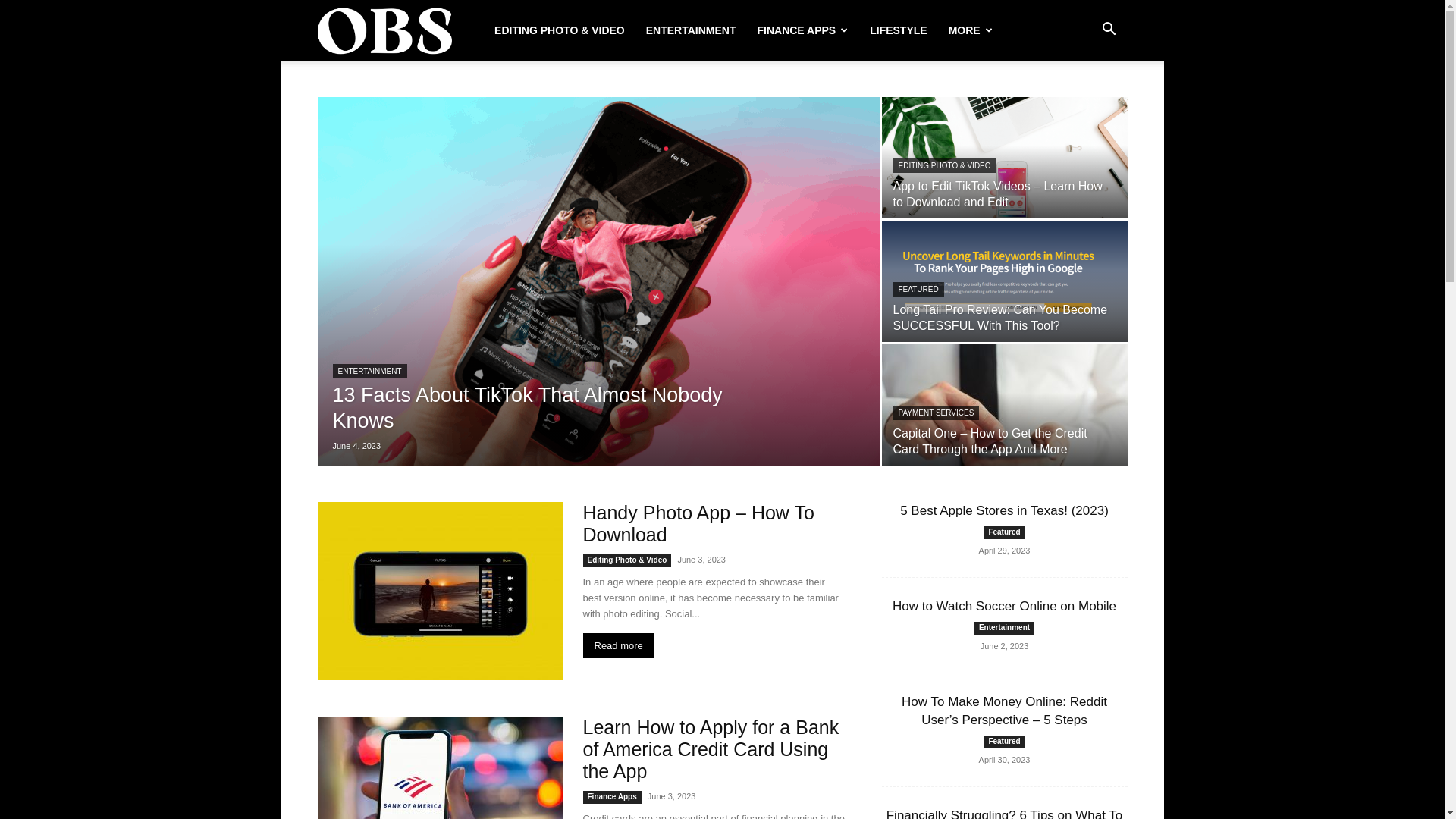 This screenshot has height=819, width=1456. Describe the element at coordinates (935, 413) in the screenshot. I see `'PAYMENT SERVICES'` at that location.